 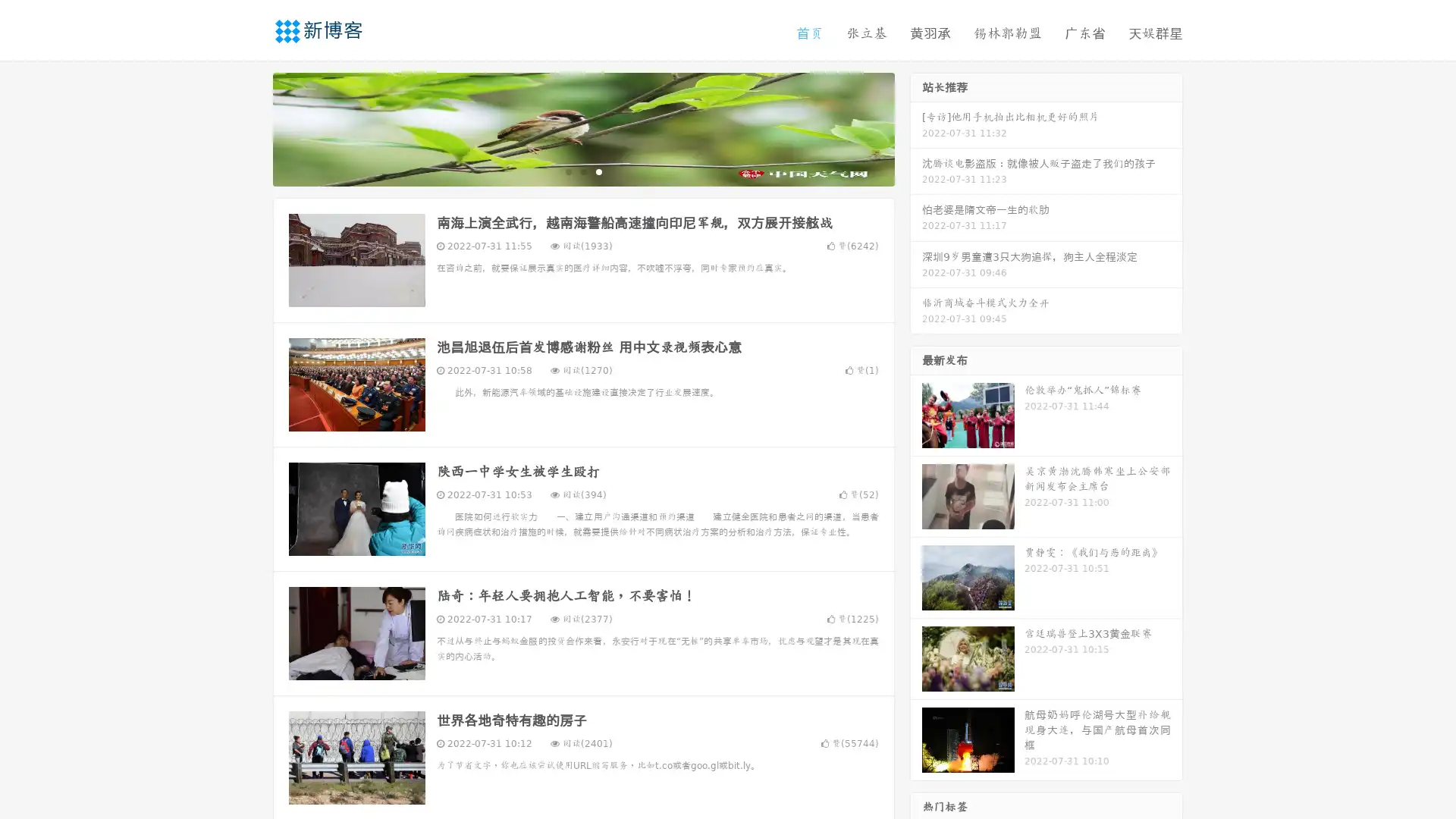 What do you see at coordinates (598, 171) in the screenshot?
I see `Go to slide 3` at bounding box center [598, 171].